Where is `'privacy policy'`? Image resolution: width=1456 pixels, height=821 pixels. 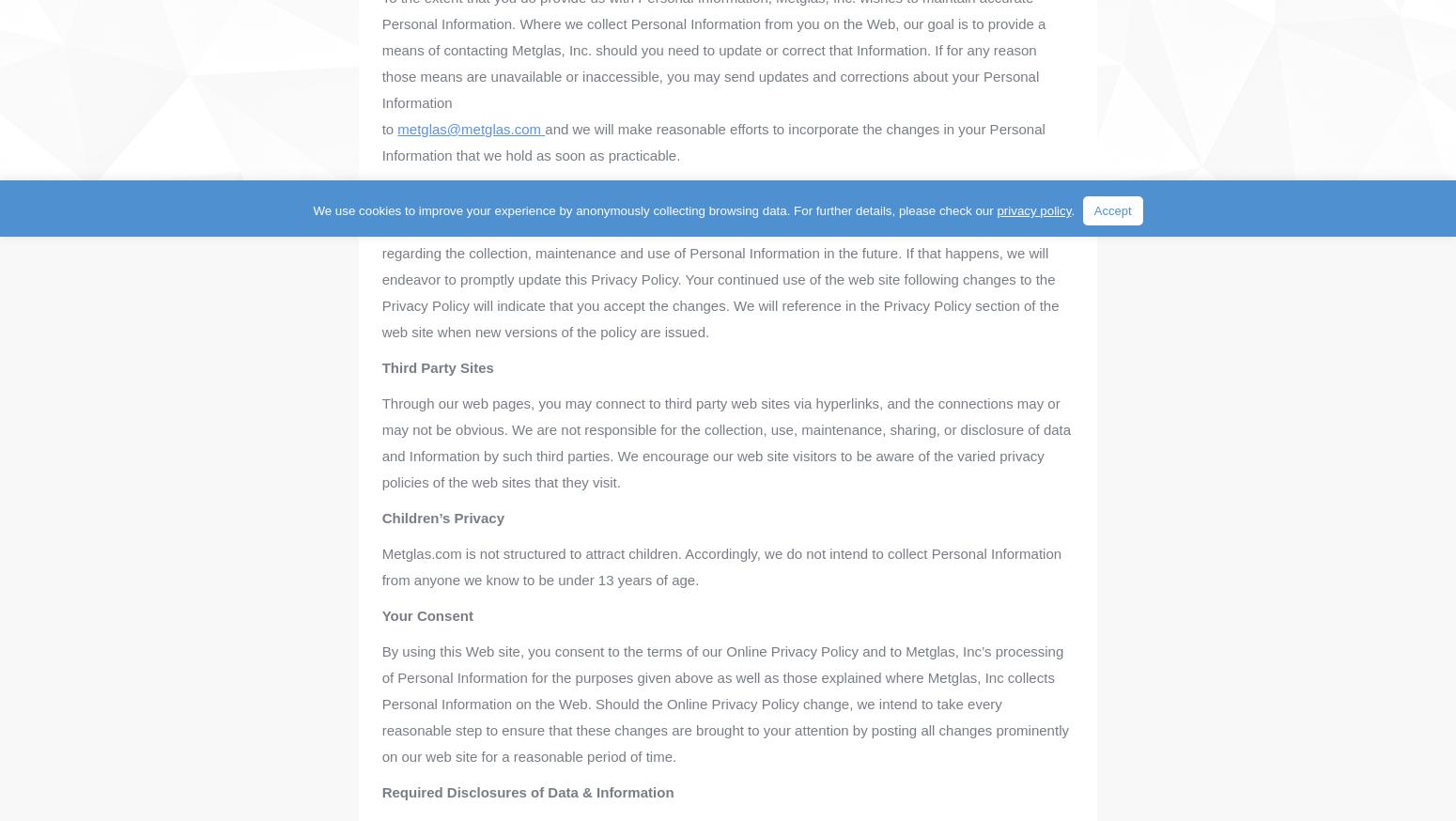
'privacy policy' is located at coordinates (996, 210).